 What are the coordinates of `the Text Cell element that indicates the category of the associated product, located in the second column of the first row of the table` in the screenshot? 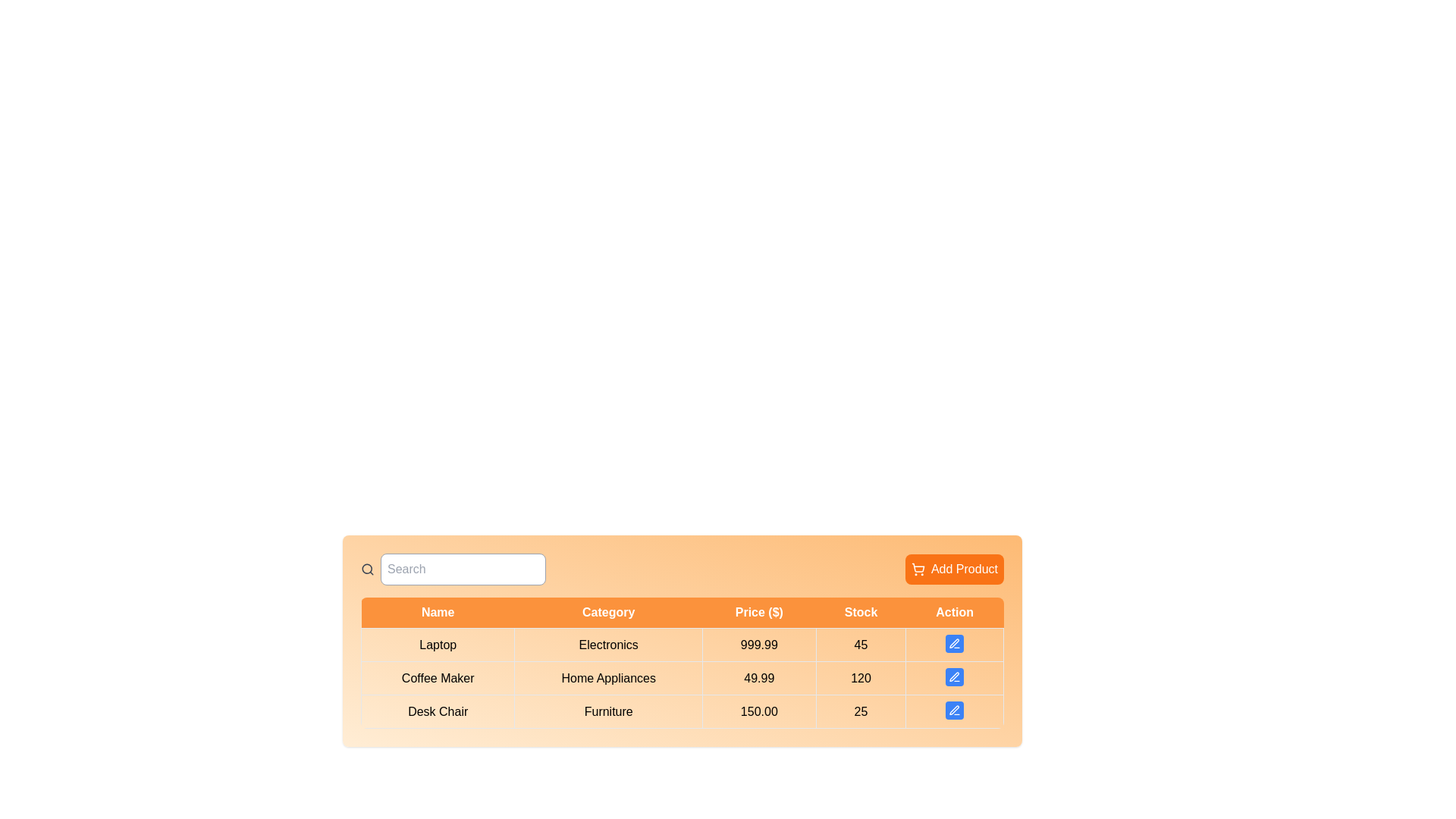 It's located at (608, 645).